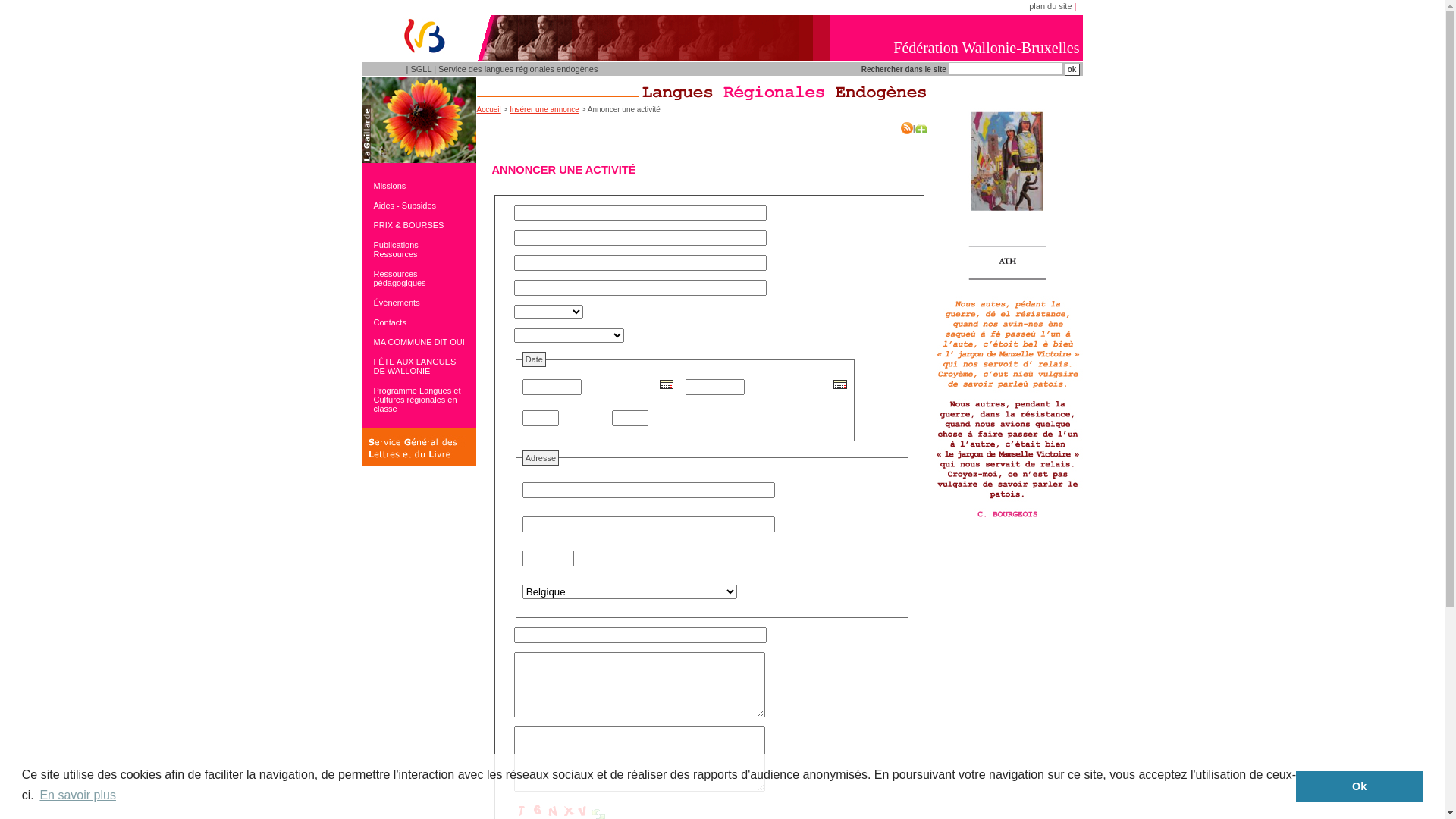  Describe the element at coordinates (488, 108) in the screenshot. I see `'Accueil'` at that location.